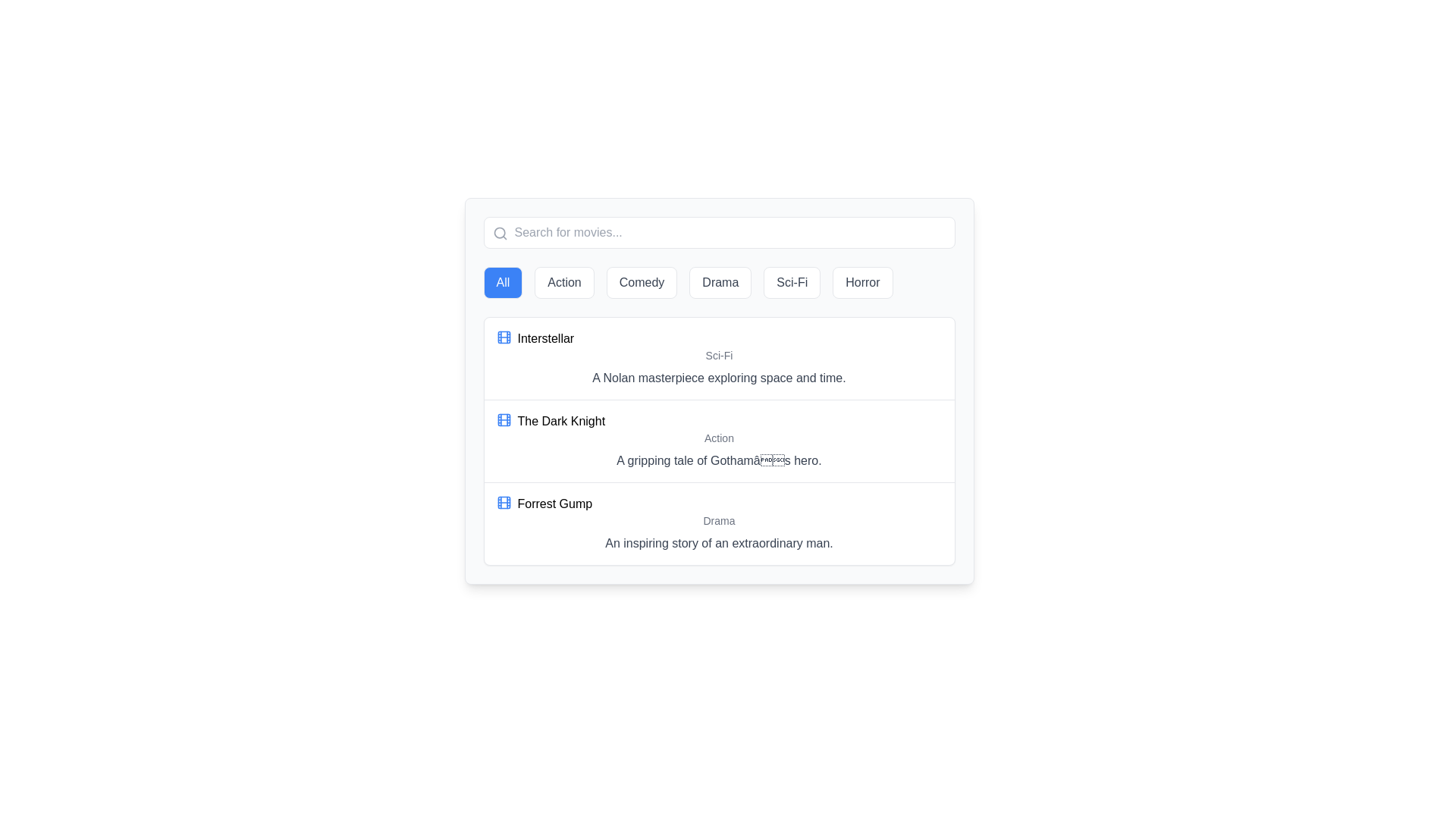  What do you see at coordinates (720, 283) in the screenshot?
I see `the 'Drama' button, which is the fourth button in a horizontal group of six buttons, to trigger hover effects` at bounding box center [720, 283].